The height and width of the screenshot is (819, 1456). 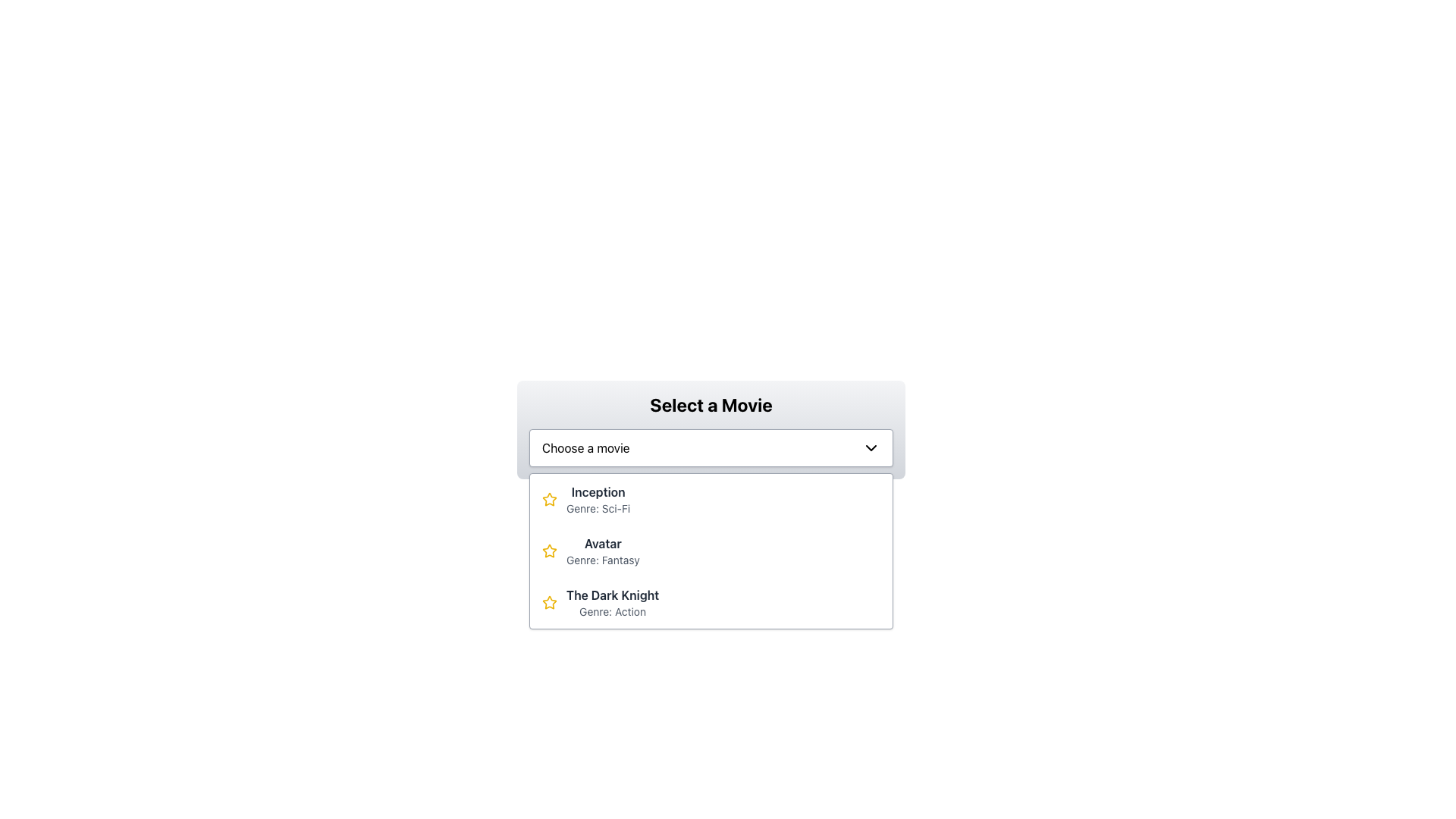 I want to click on the third list item in the dropdown menu representing the movie 'The Dark Knight', so click(x=710, y=601).